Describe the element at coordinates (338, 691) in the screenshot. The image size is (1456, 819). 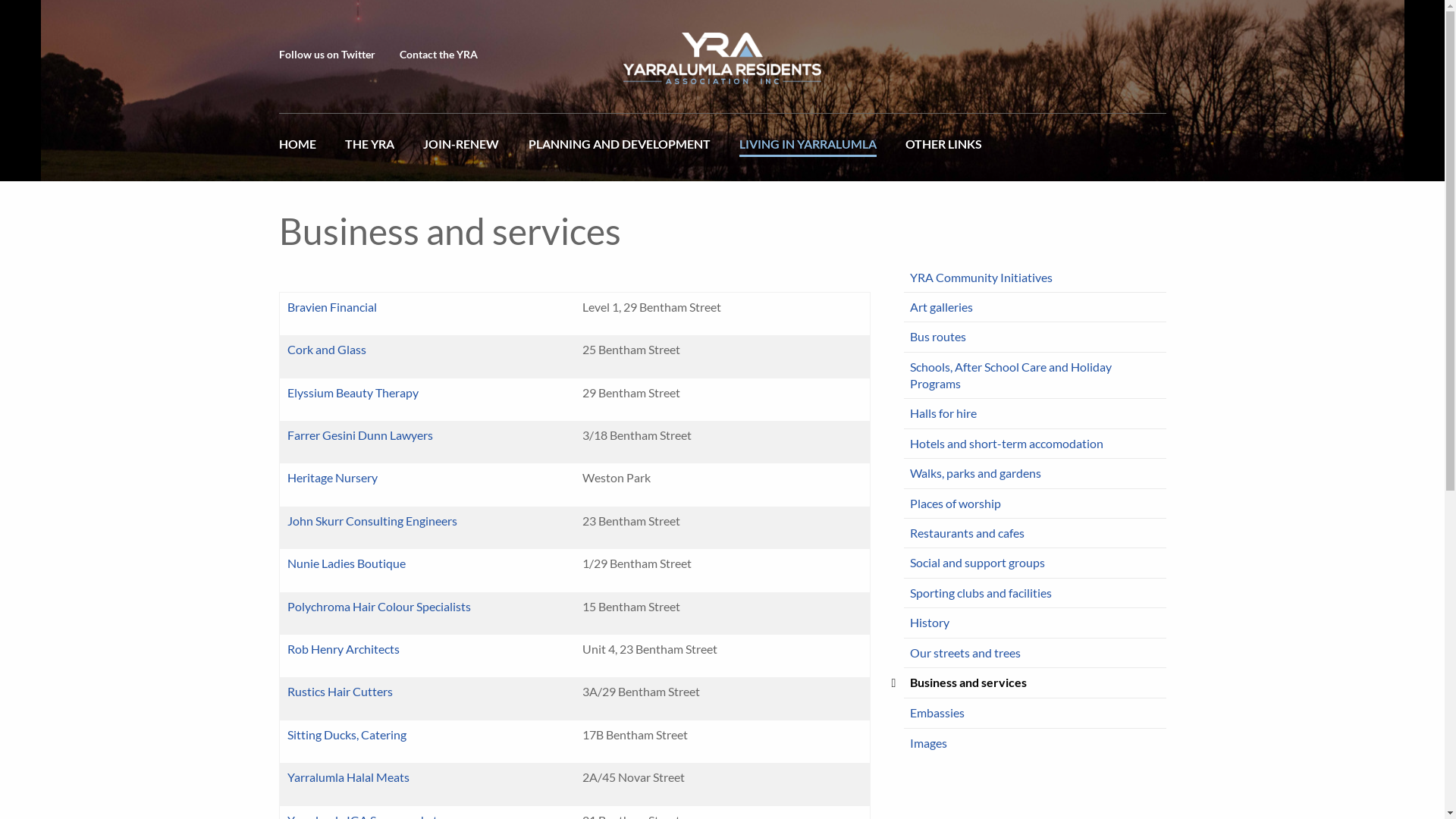
I see `'Rustics Hair Cutters'` at that location.